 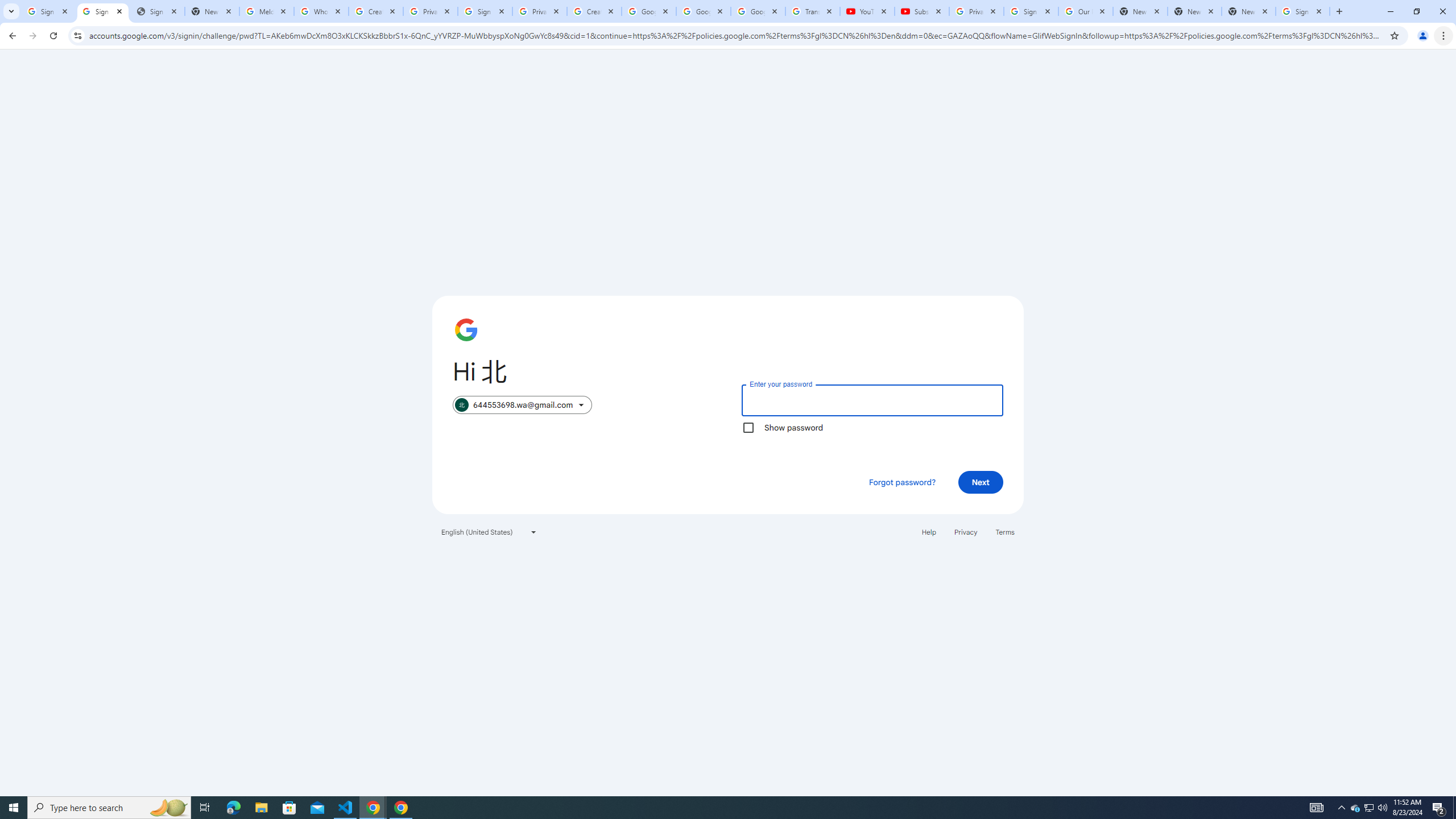 What do you see at coordinates (1302, 11) in the screenshot?
I see `'Sign in - Google Accounts'` at bounding box center [1302, 11].